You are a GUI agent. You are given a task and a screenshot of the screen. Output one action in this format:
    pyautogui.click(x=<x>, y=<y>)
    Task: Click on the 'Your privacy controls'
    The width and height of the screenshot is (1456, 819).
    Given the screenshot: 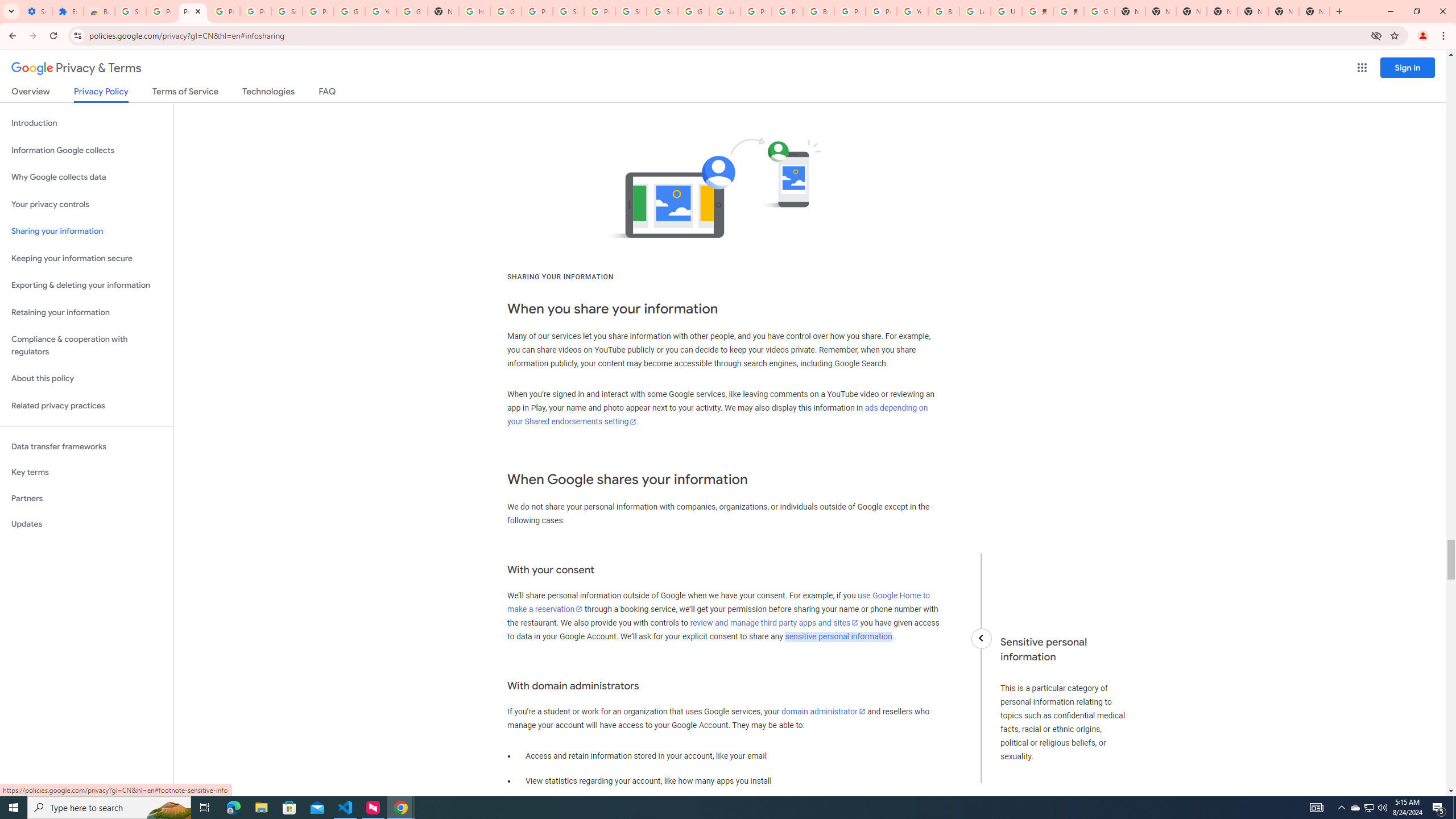 What is the action you would take?
    pyautogui.click(x=86, y=205)
    